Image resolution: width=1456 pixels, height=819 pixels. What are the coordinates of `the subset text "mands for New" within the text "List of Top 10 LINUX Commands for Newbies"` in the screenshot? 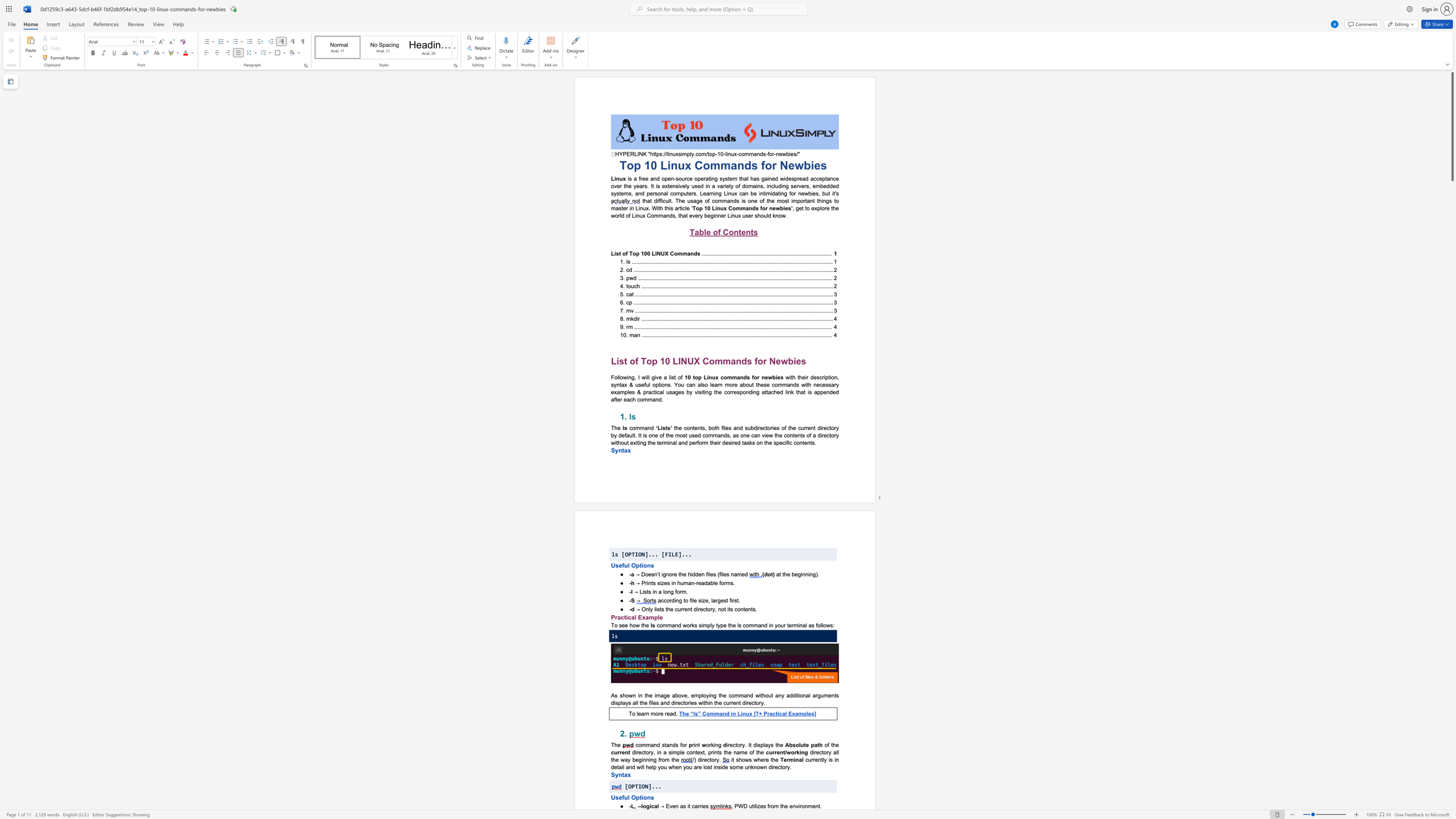 It's located at (722, 360).